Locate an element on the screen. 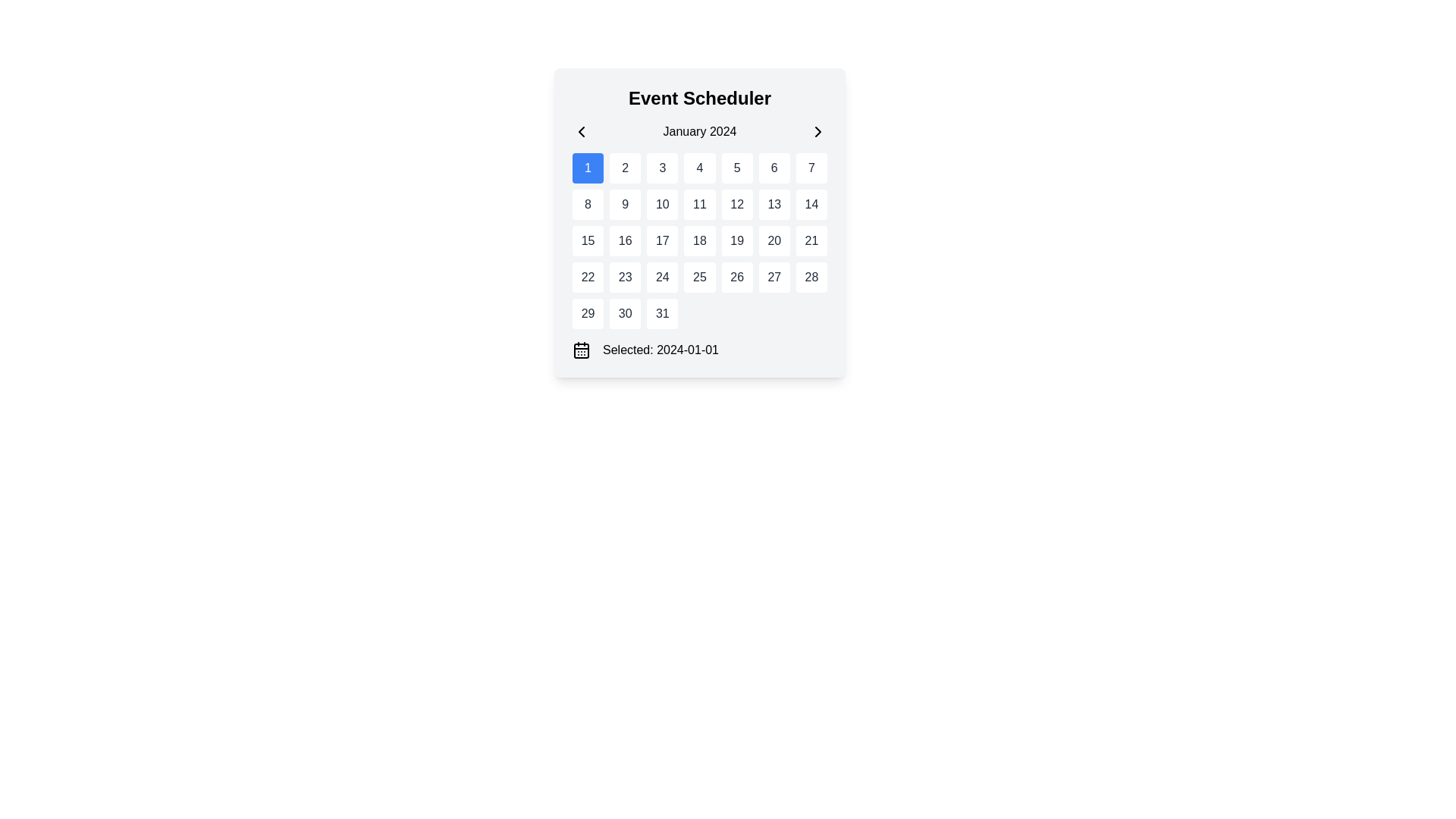 This screenshot has width=1456, height=819. the button-like calendar date representation for the date '17' located in the third row and third column of the calendar grid is located at coordinates (662, 240).